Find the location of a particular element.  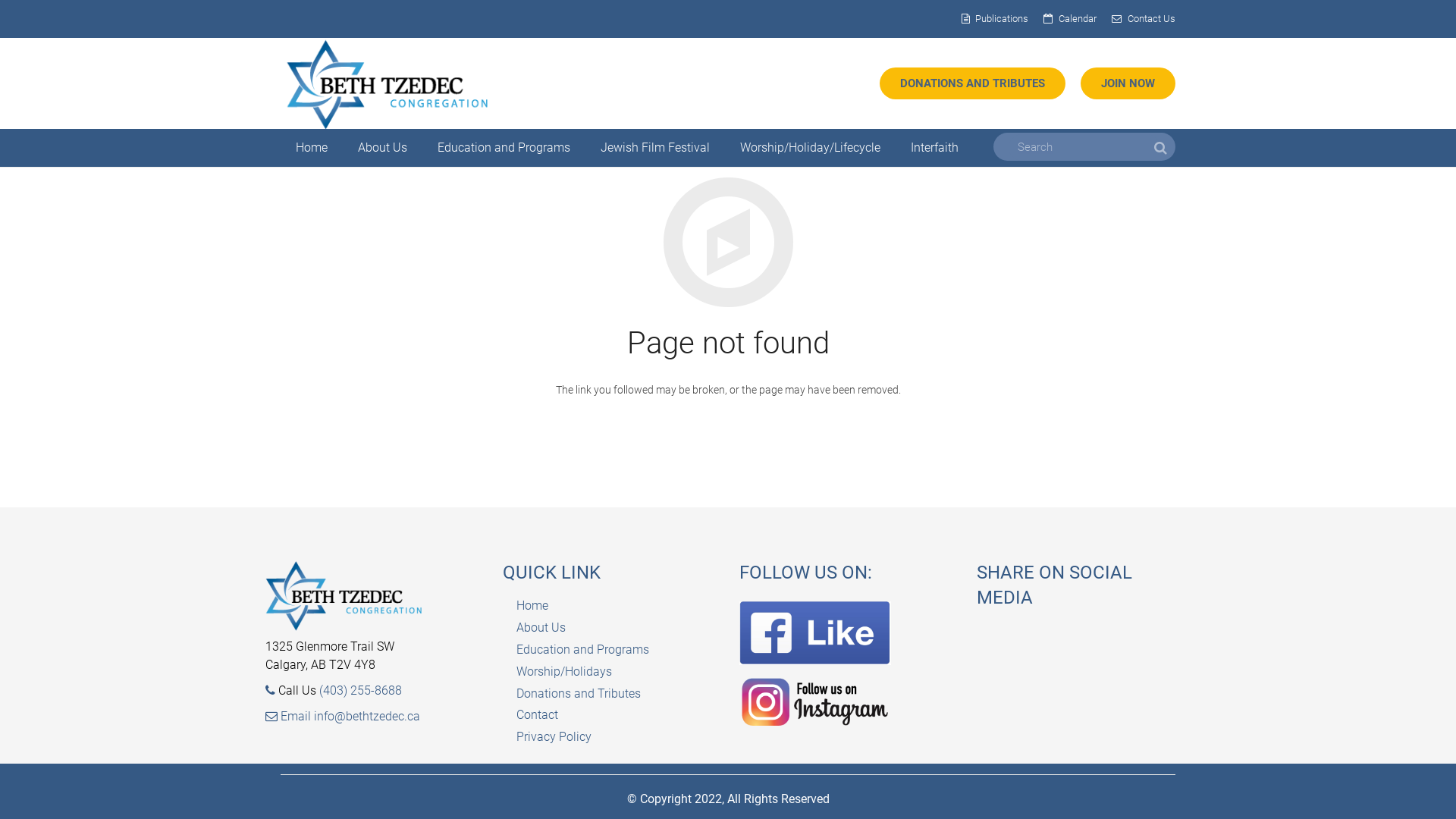

'About Us' is located at coordinates (382, 148).